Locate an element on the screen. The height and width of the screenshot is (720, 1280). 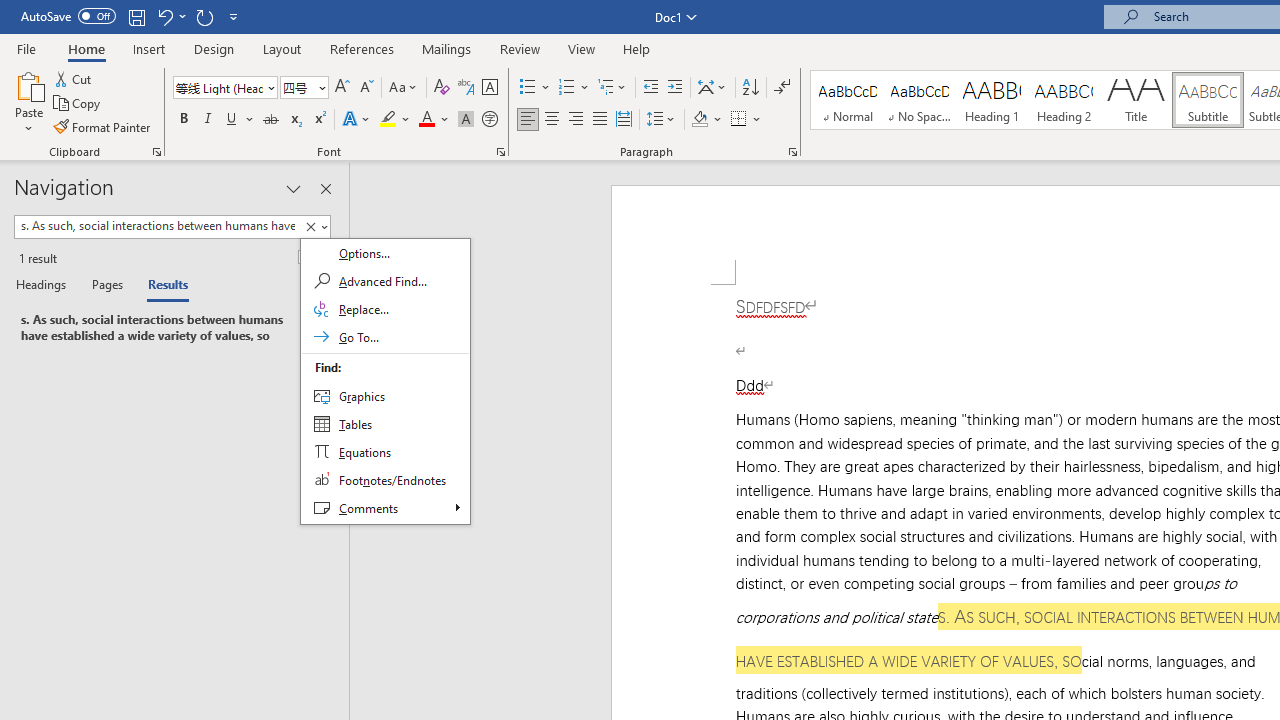
'Shading' is located at coordinates (707, 119).